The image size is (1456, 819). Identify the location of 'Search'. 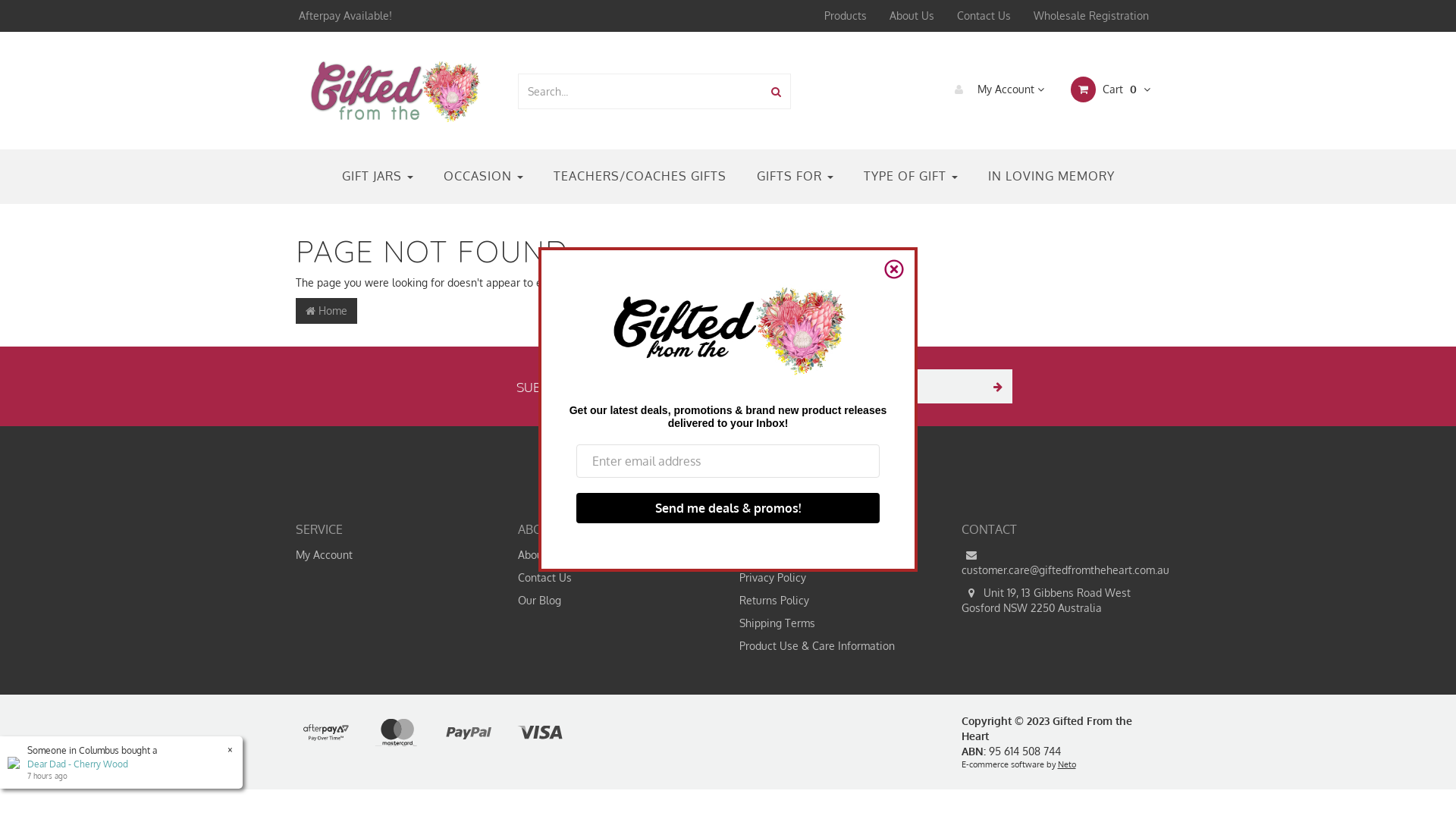
(775, 91).